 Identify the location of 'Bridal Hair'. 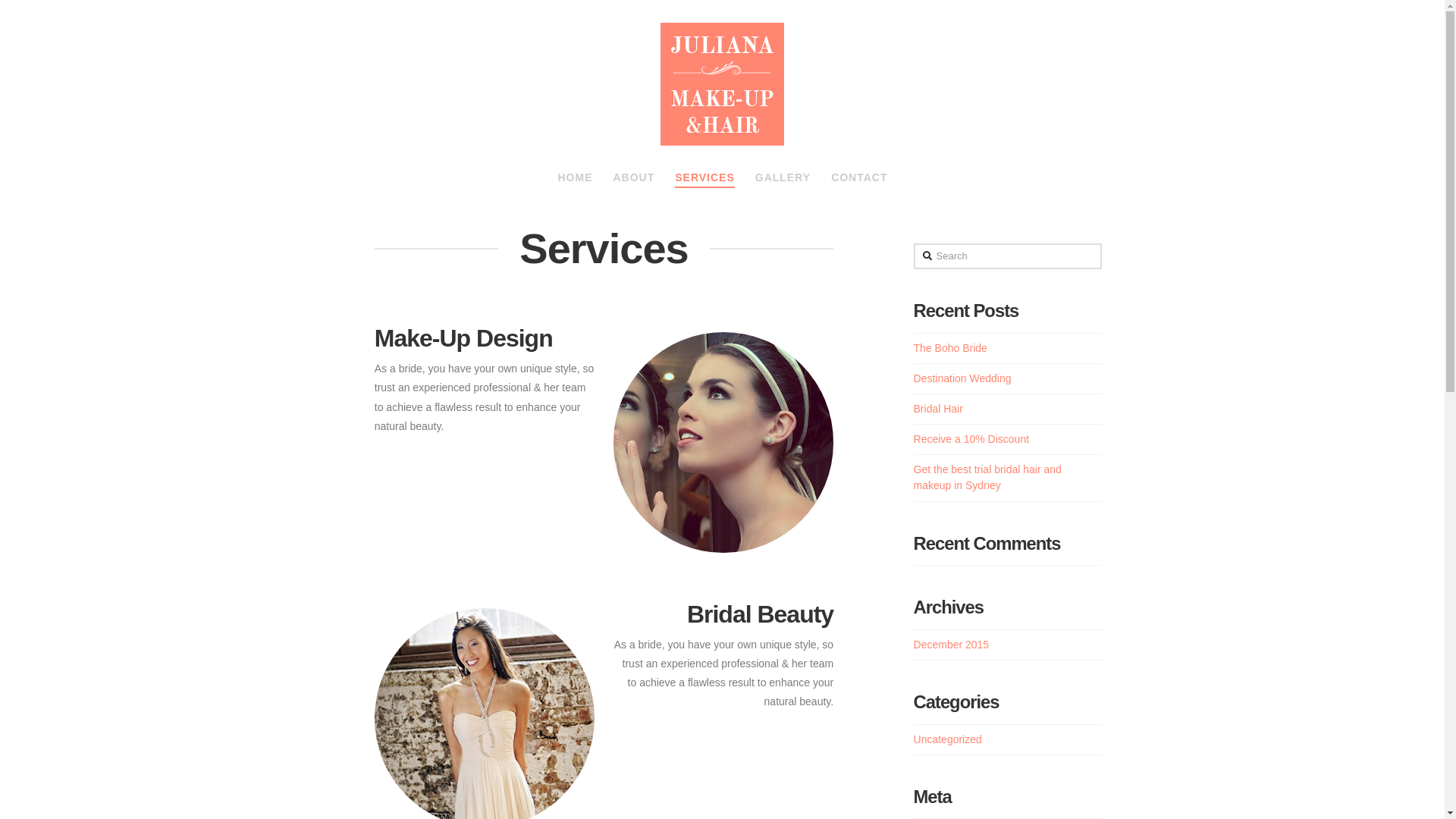
(937, 408).